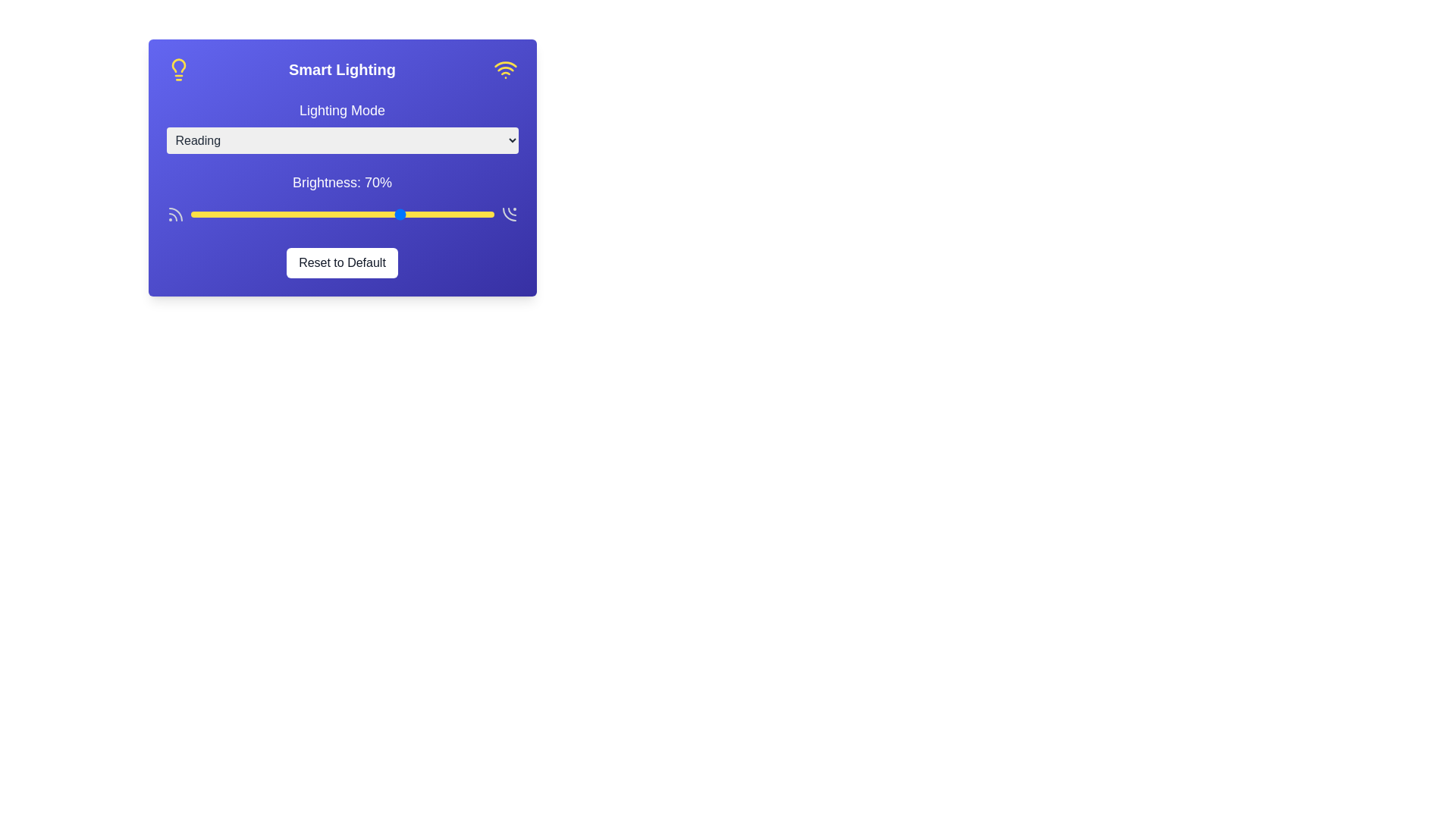 The height and width of the screenshot is (819, 1456). Describe the element at coordinates (341, 140) in the screenshot. I see `the lighting mode Focus from the dropdown menu` at that location.